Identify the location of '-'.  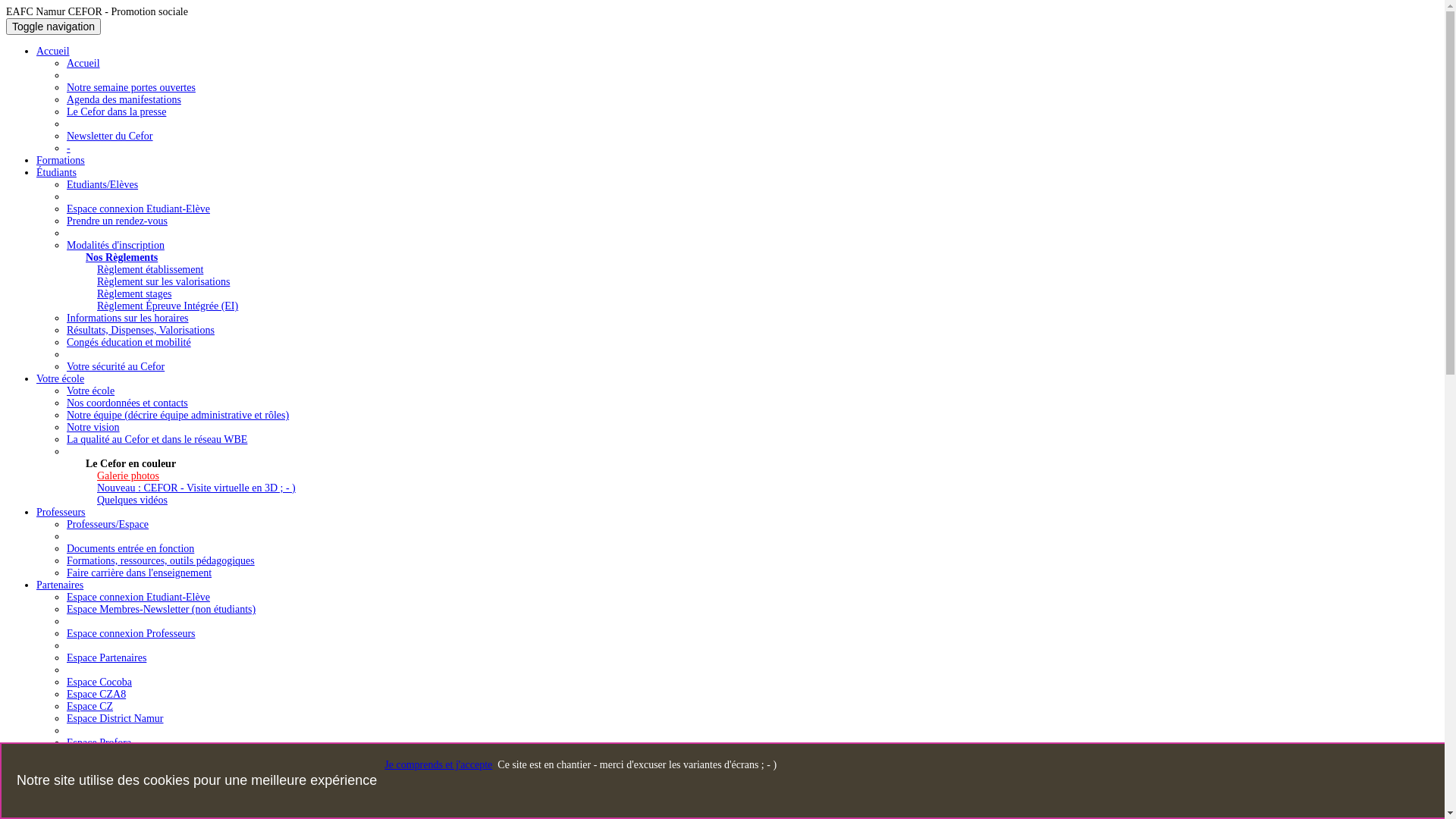
(67, 148).